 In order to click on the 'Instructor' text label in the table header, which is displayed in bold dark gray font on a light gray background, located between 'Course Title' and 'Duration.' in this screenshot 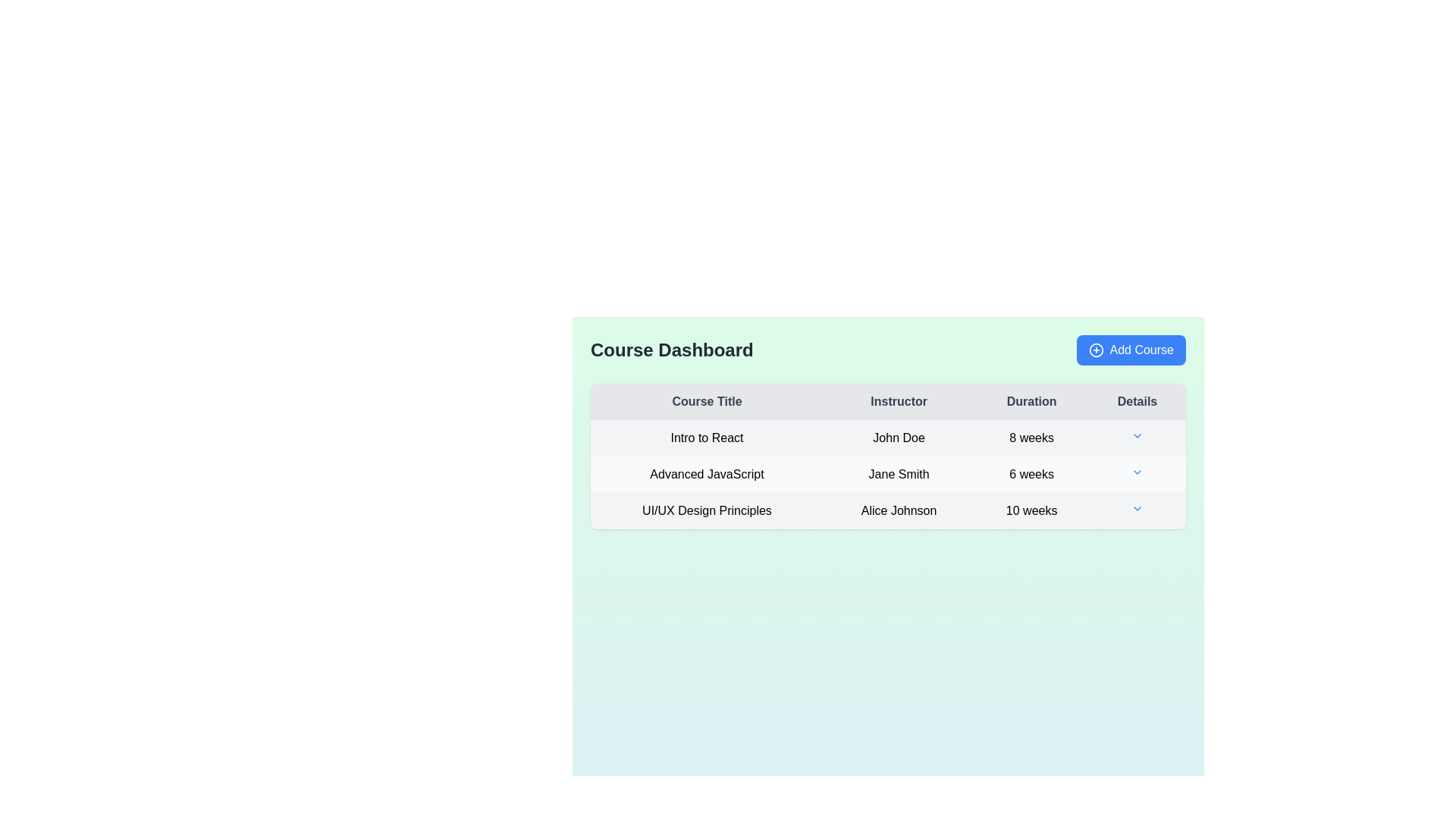, I will do `click(899, 400)`.